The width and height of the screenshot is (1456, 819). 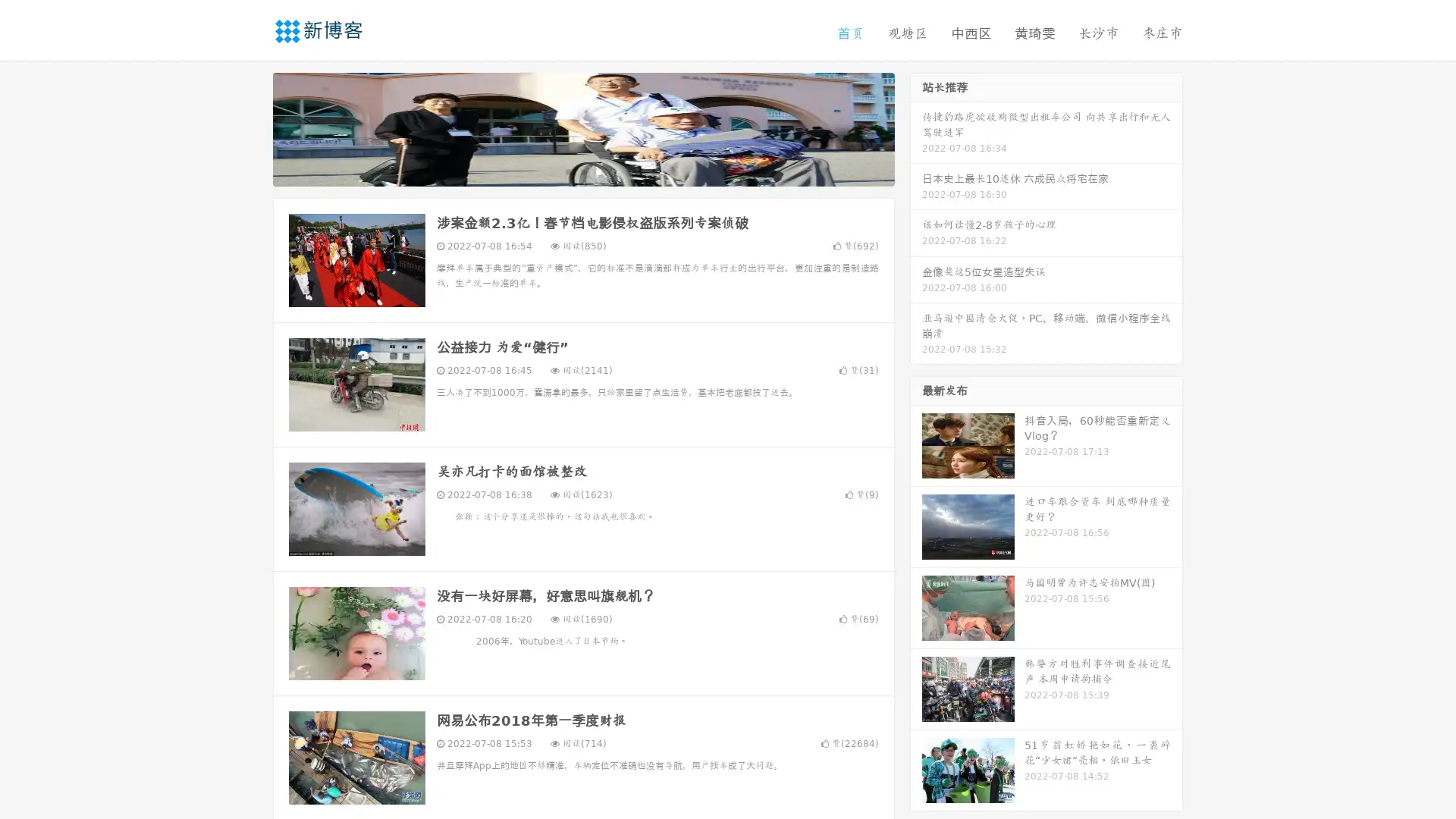 What do you see at coordinates (250, 127) in the screenshot?
I see `Previous slide` at bounding box center [250, 127].